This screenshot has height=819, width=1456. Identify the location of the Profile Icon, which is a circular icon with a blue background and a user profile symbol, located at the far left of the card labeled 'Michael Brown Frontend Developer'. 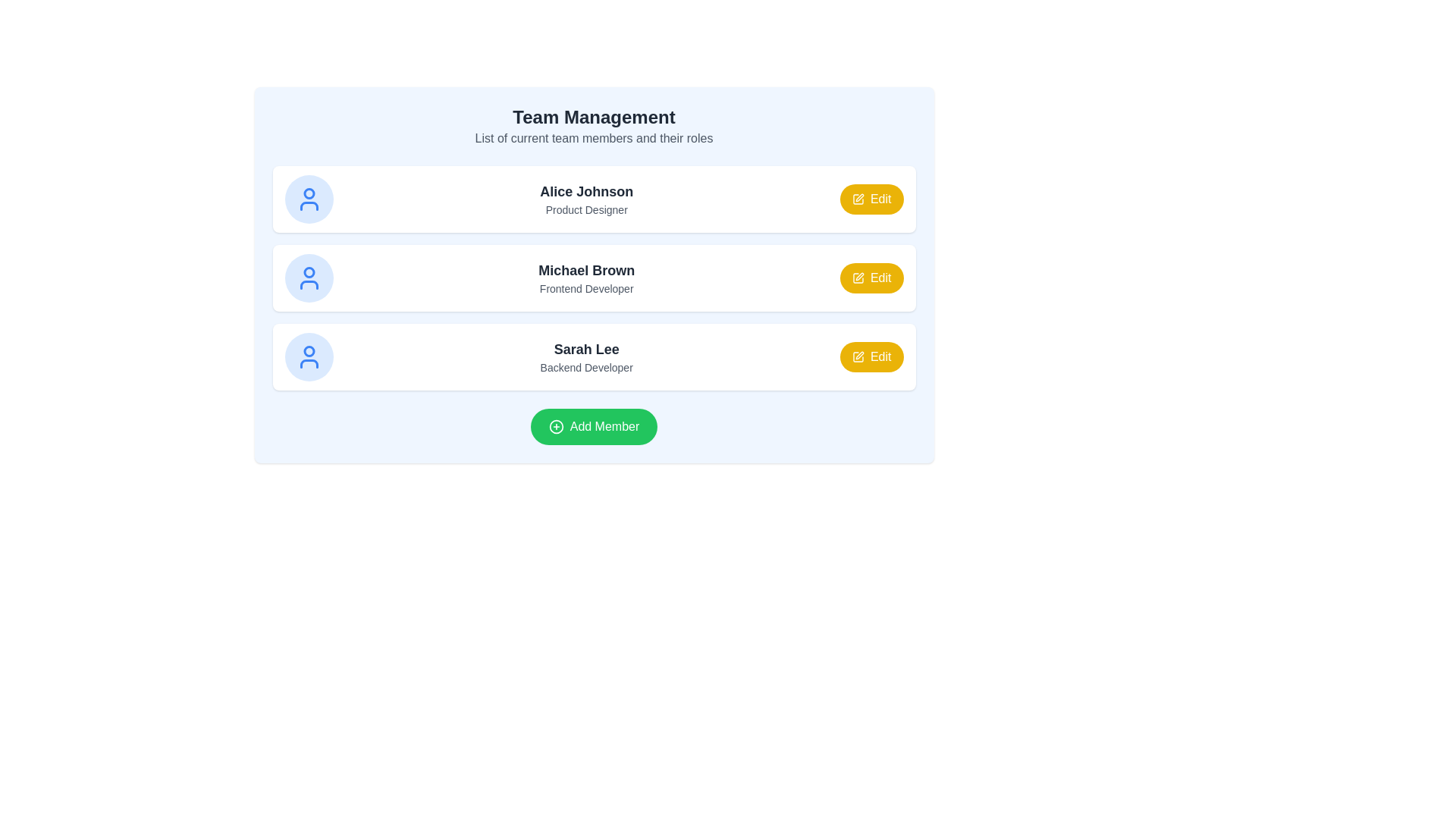
(308, 278).